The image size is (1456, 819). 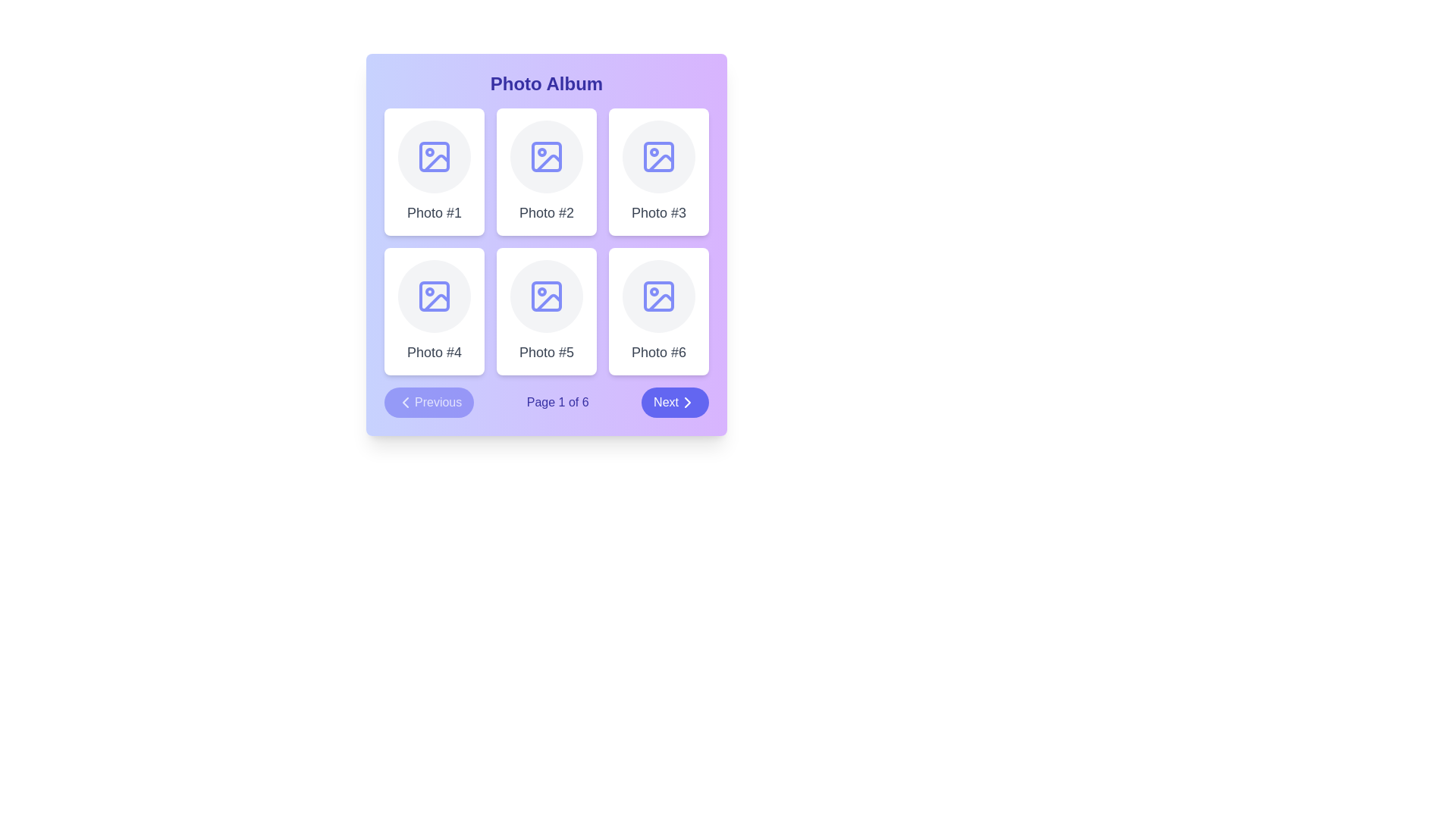 What do you see at coordinates (658, 296) in the screenshot?
I see `the small, square-shaped icon with rounded corners located within the sixth photo frame in a 2x3 grid layout, positioned in the bottom-right corner of the layout` at bounding box center [658, 296].